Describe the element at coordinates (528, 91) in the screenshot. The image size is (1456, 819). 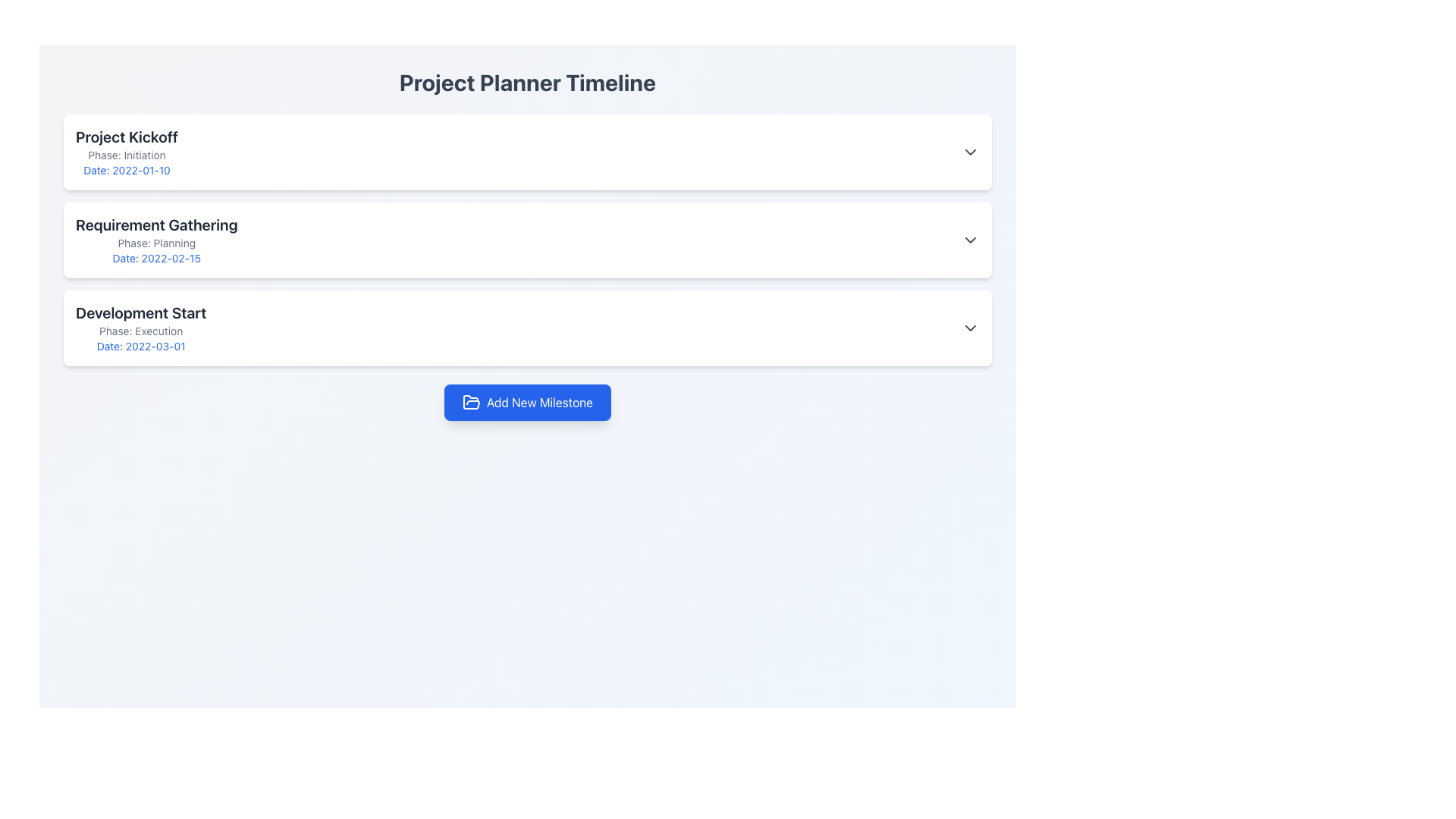
I see `the static text heading indicating 'Project Planner Timeline', which is centrally aligned at the topmost area of the visible layout` at that location.